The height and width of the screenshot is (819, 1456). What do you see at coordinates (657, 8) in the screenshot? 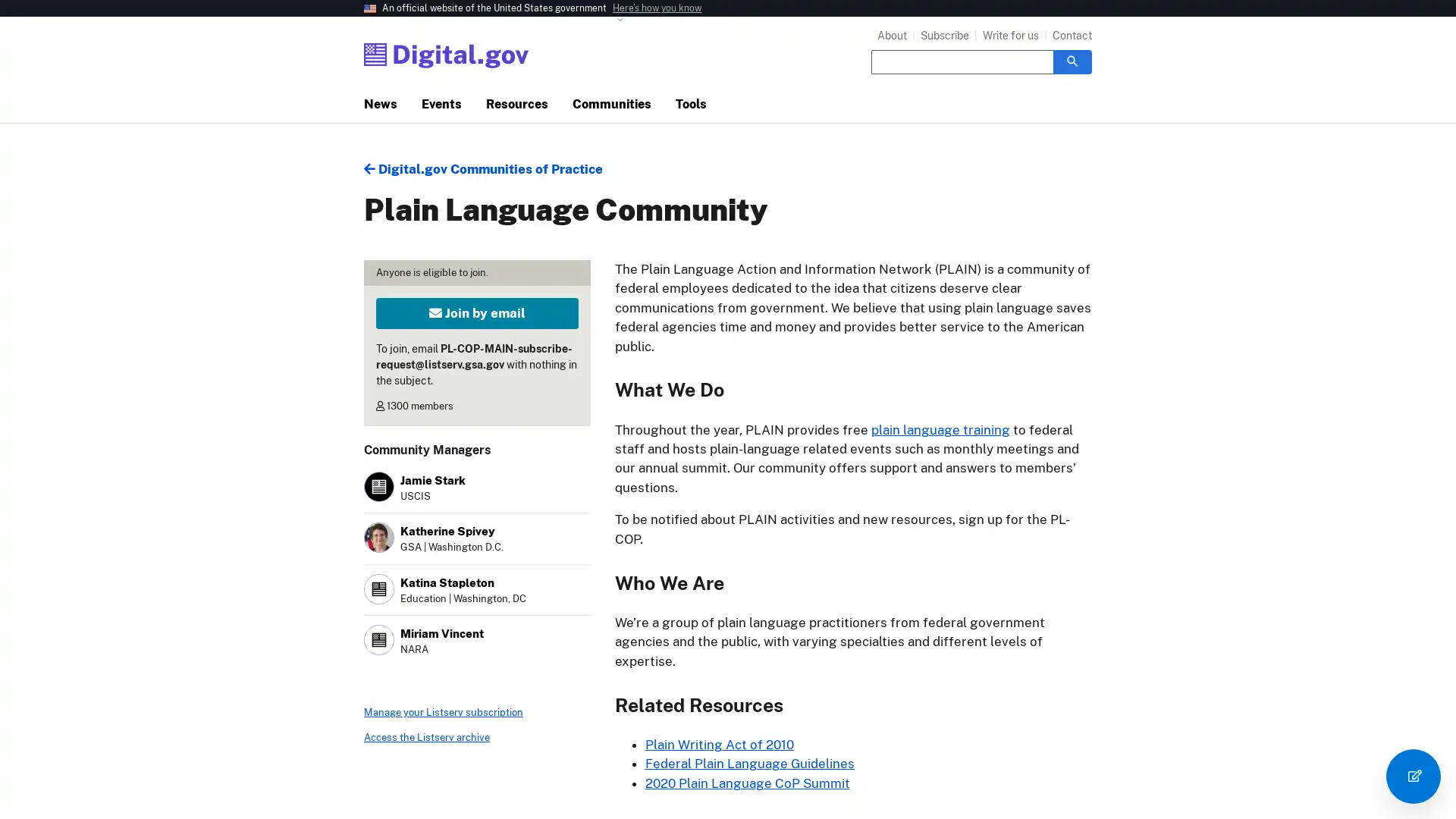
I see `Heres how you know` at bounding box center [657, 8].